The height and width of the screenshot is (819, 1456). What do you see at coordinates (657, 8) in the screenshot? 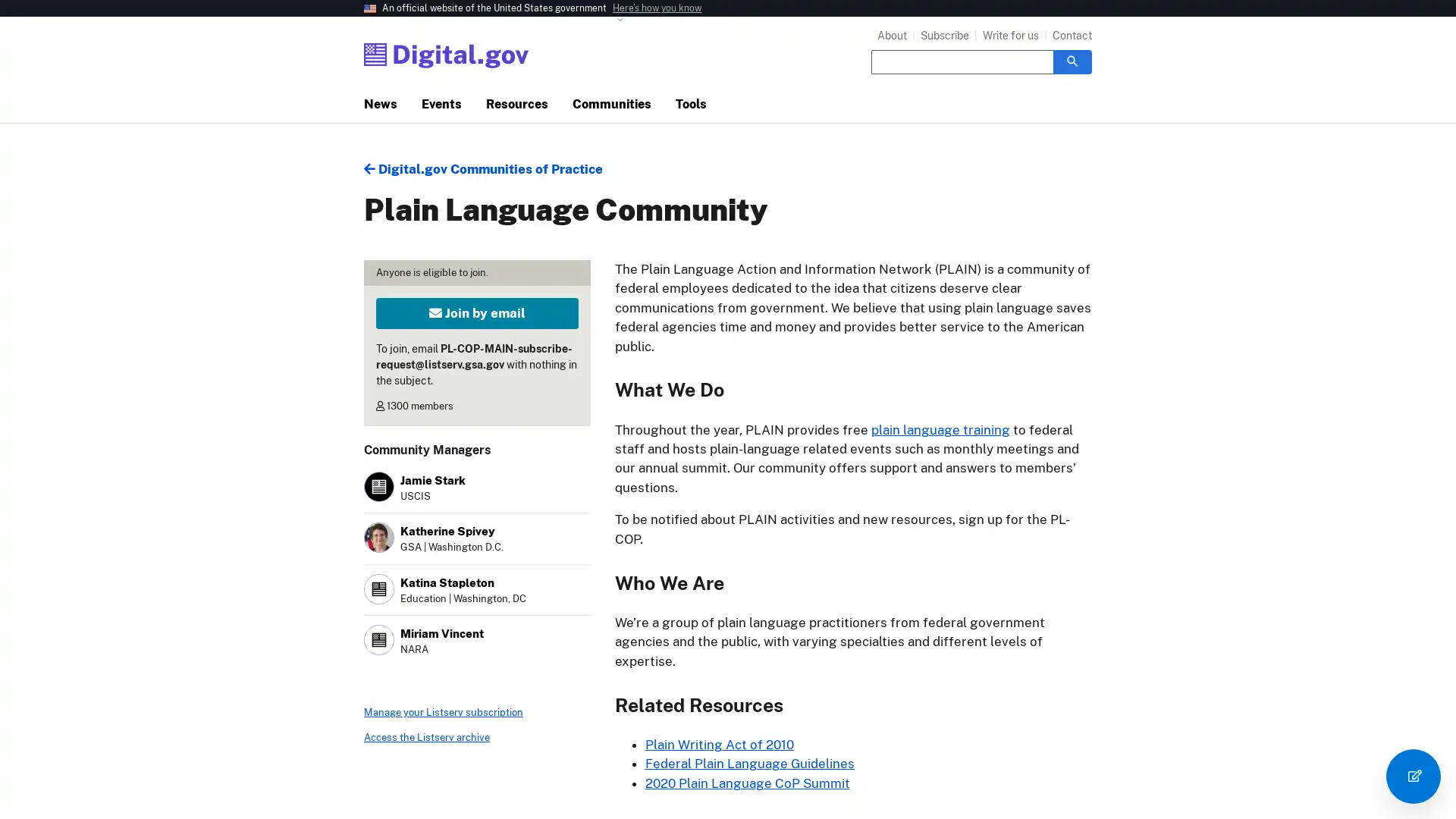
I see `Heres how you know` at bounding box center [657, 8].